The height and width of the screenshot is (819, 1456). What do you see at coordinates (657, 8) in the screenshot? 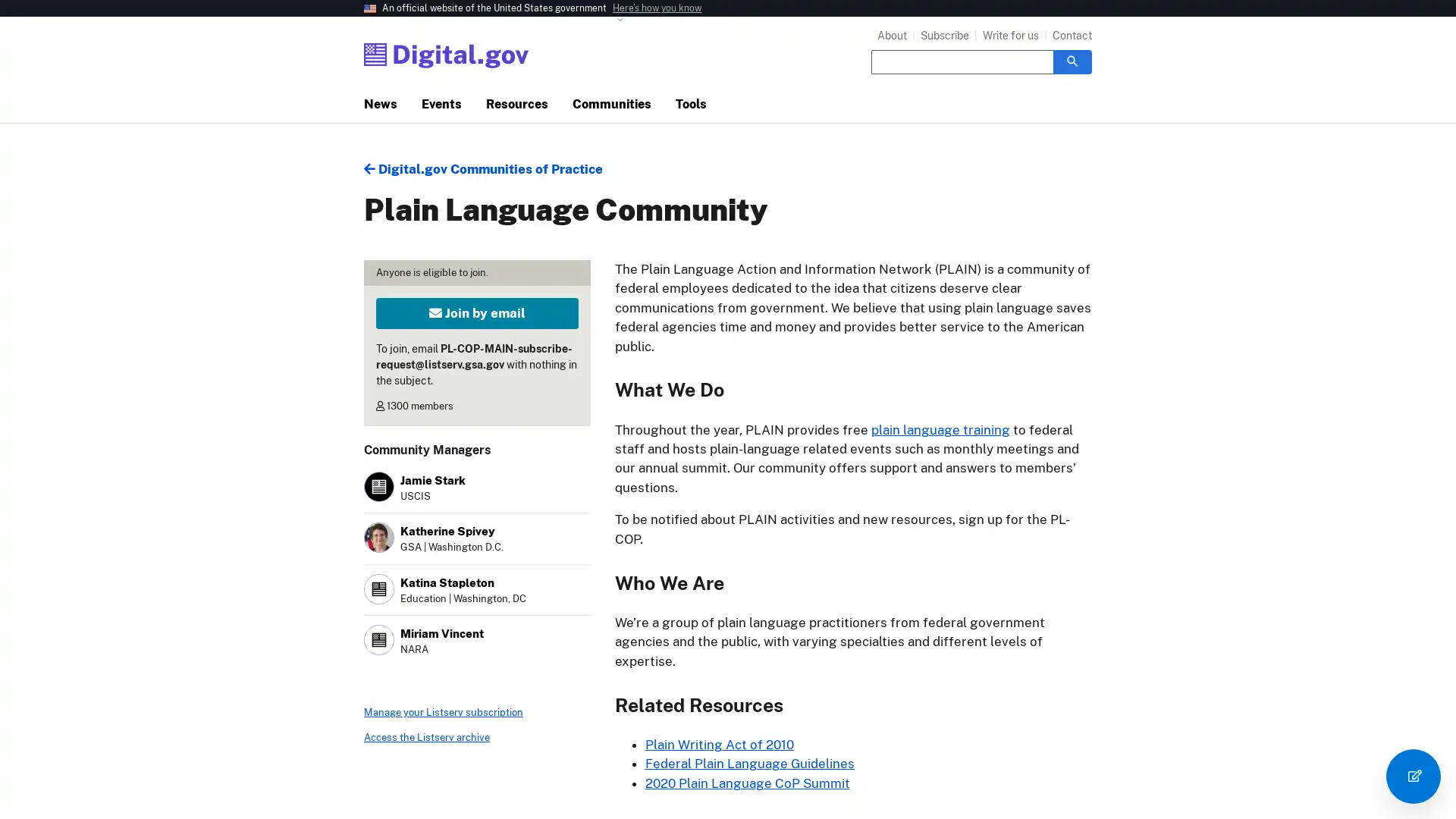
I see `Heres how you know` at bounding box center [657, 8].